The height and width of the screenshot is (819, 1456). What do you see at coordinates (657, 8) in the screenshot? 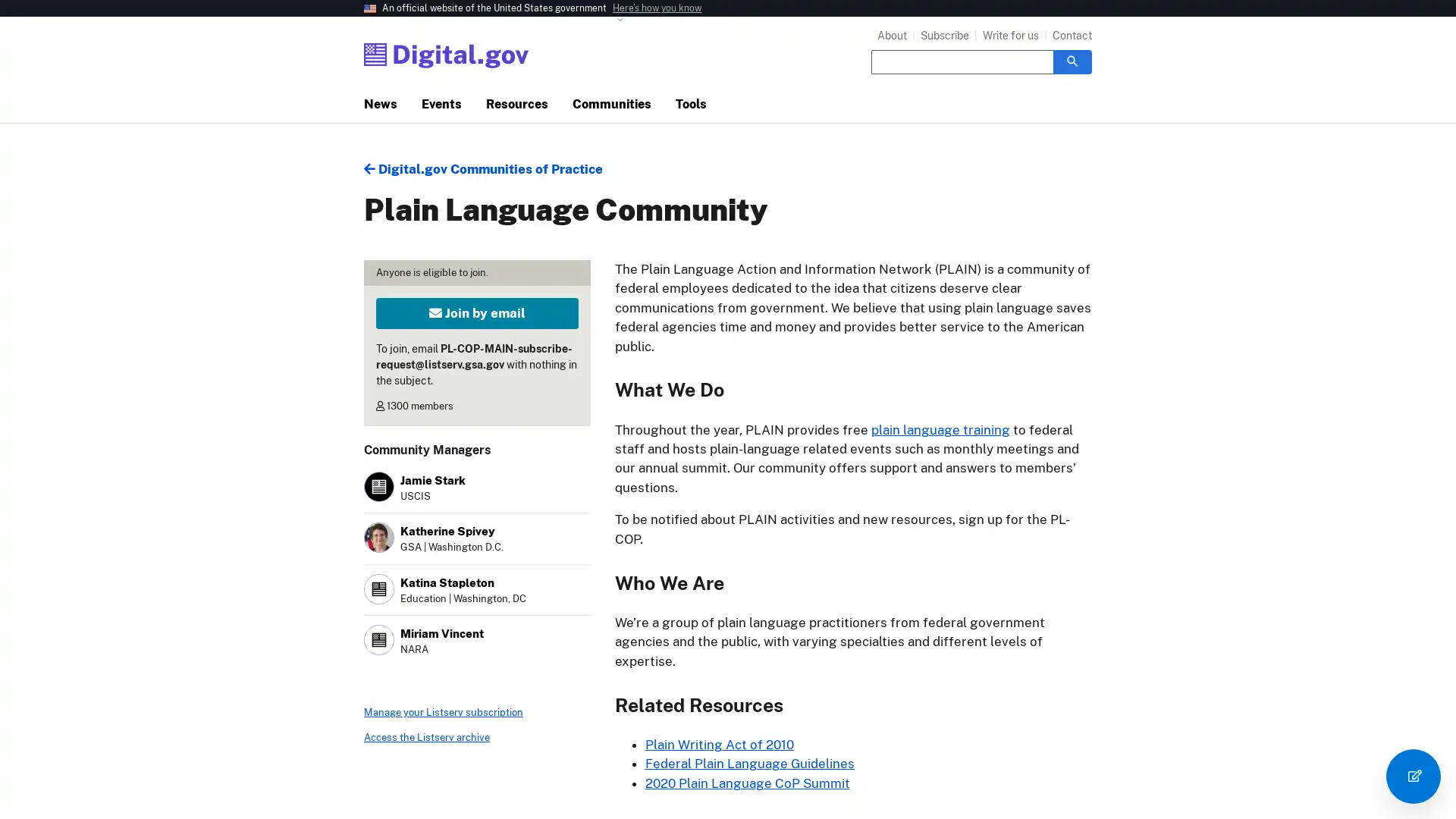
I see `Heres how you know` at bounding box center [657, 8].